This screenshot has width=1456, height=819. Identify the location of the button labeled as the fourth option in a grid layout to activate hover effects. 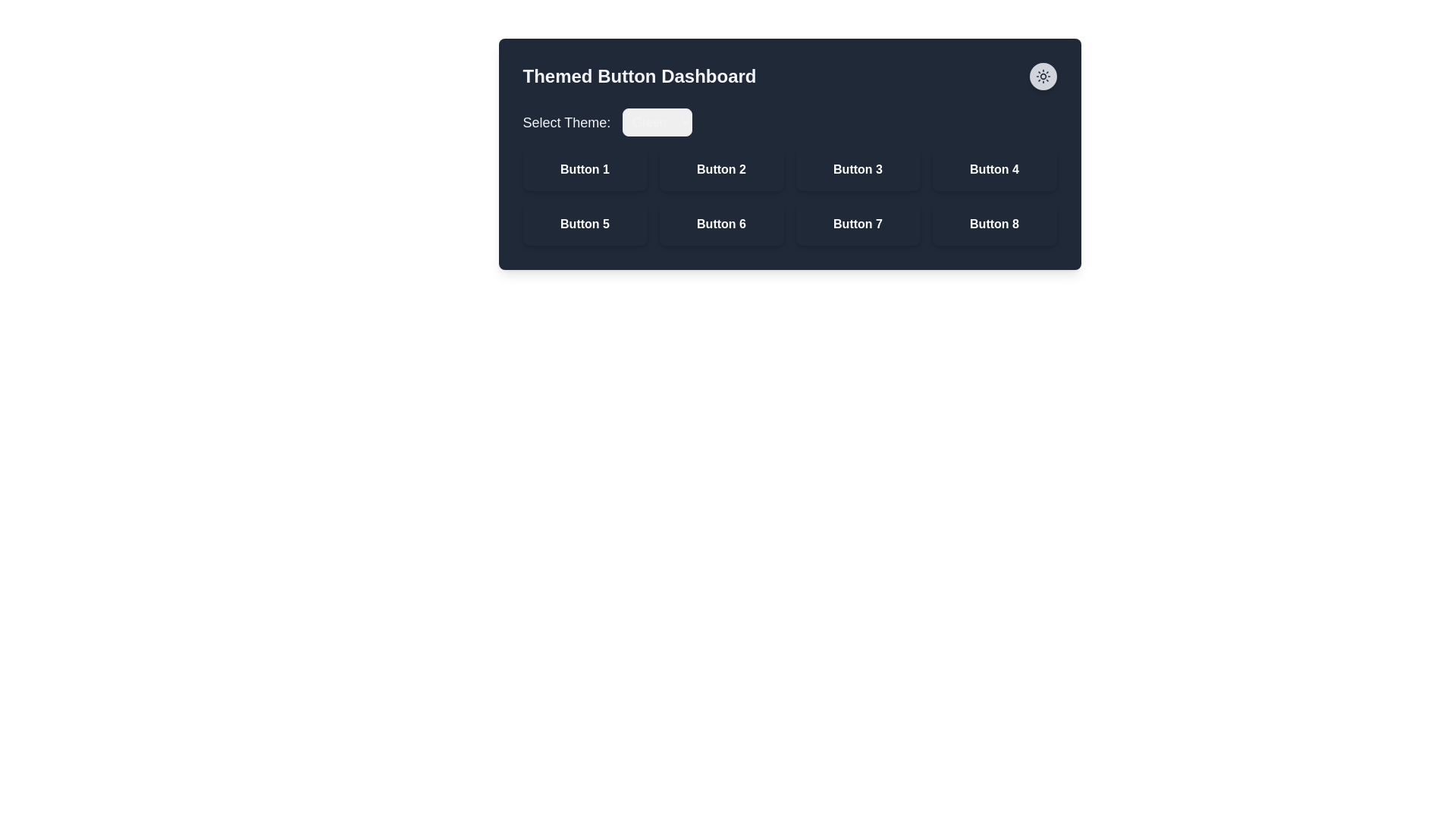
(994, 169).